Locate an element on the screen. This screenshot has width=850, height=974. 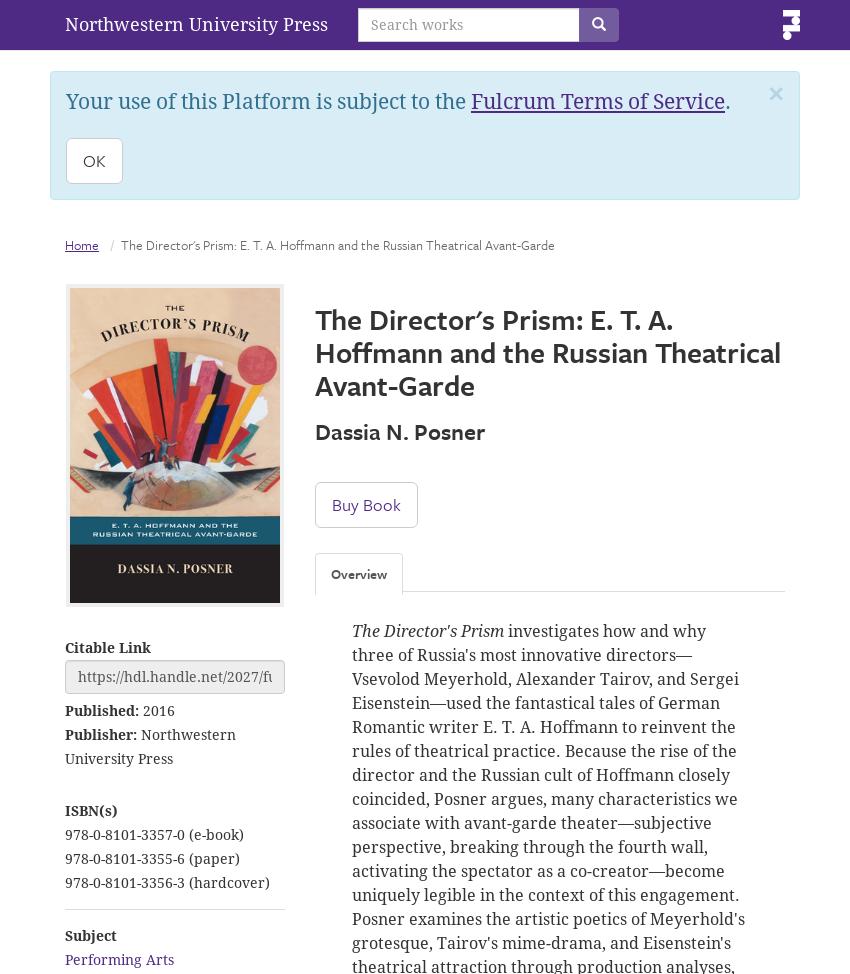
'Fulcrum Terms of Service' is located at coordinates (596, 100).